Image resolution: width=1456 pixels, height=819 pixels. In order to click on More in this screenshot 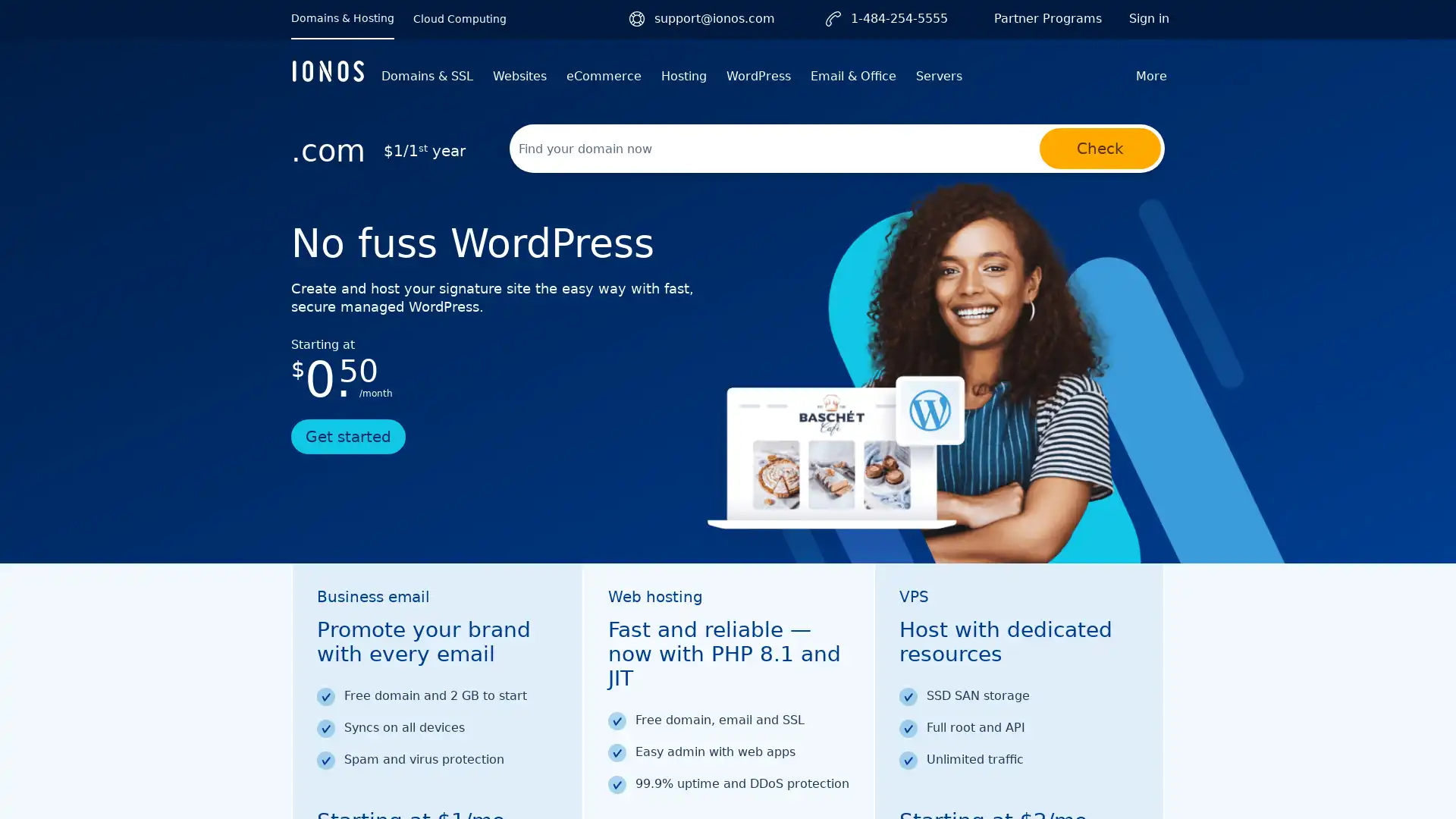, I will do `click(1151, 76)`.